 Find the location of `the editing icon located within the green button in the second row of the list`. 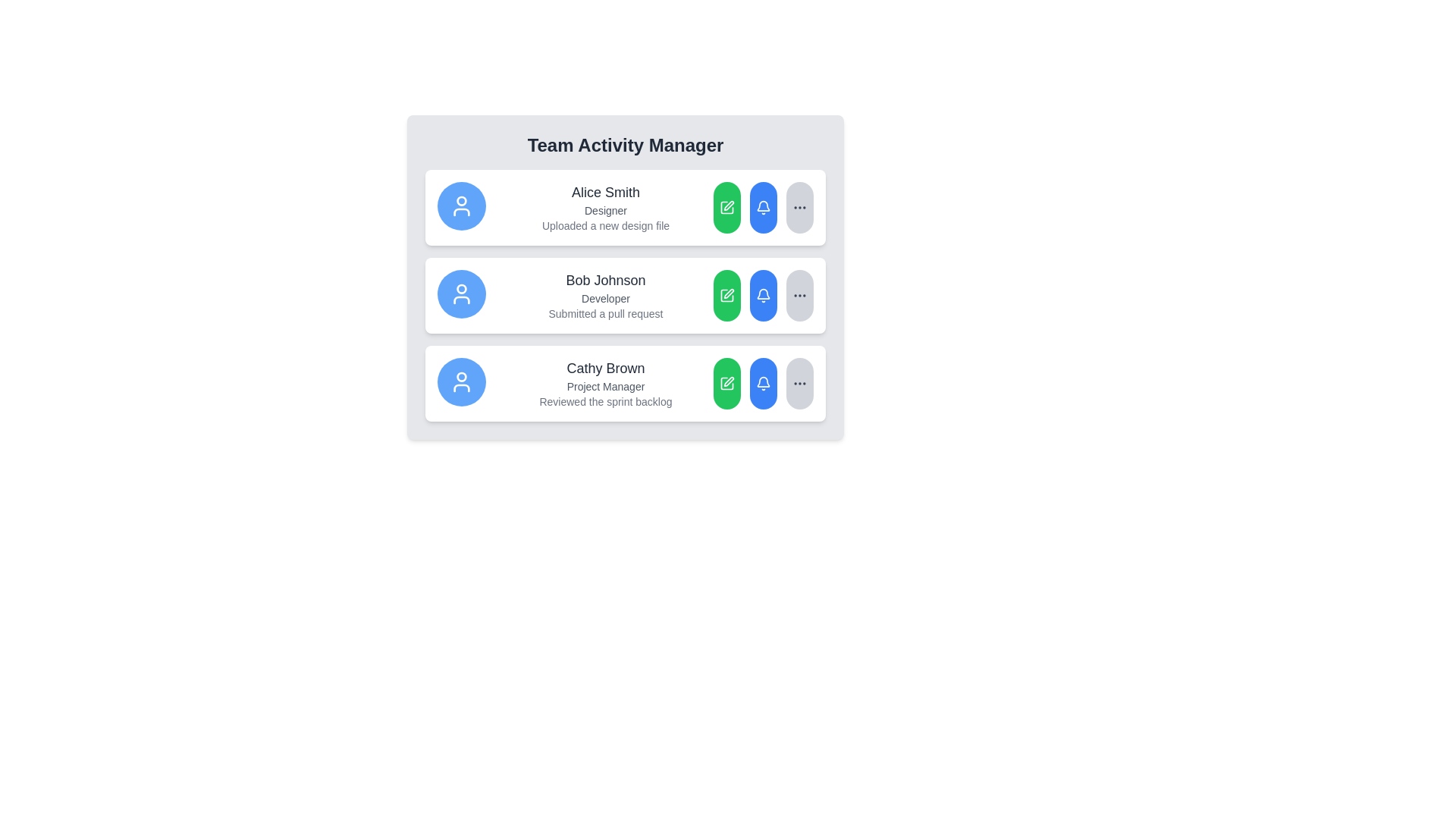

the editing icon located within the green button in the second row of the list is located at coordinates (726, 295).